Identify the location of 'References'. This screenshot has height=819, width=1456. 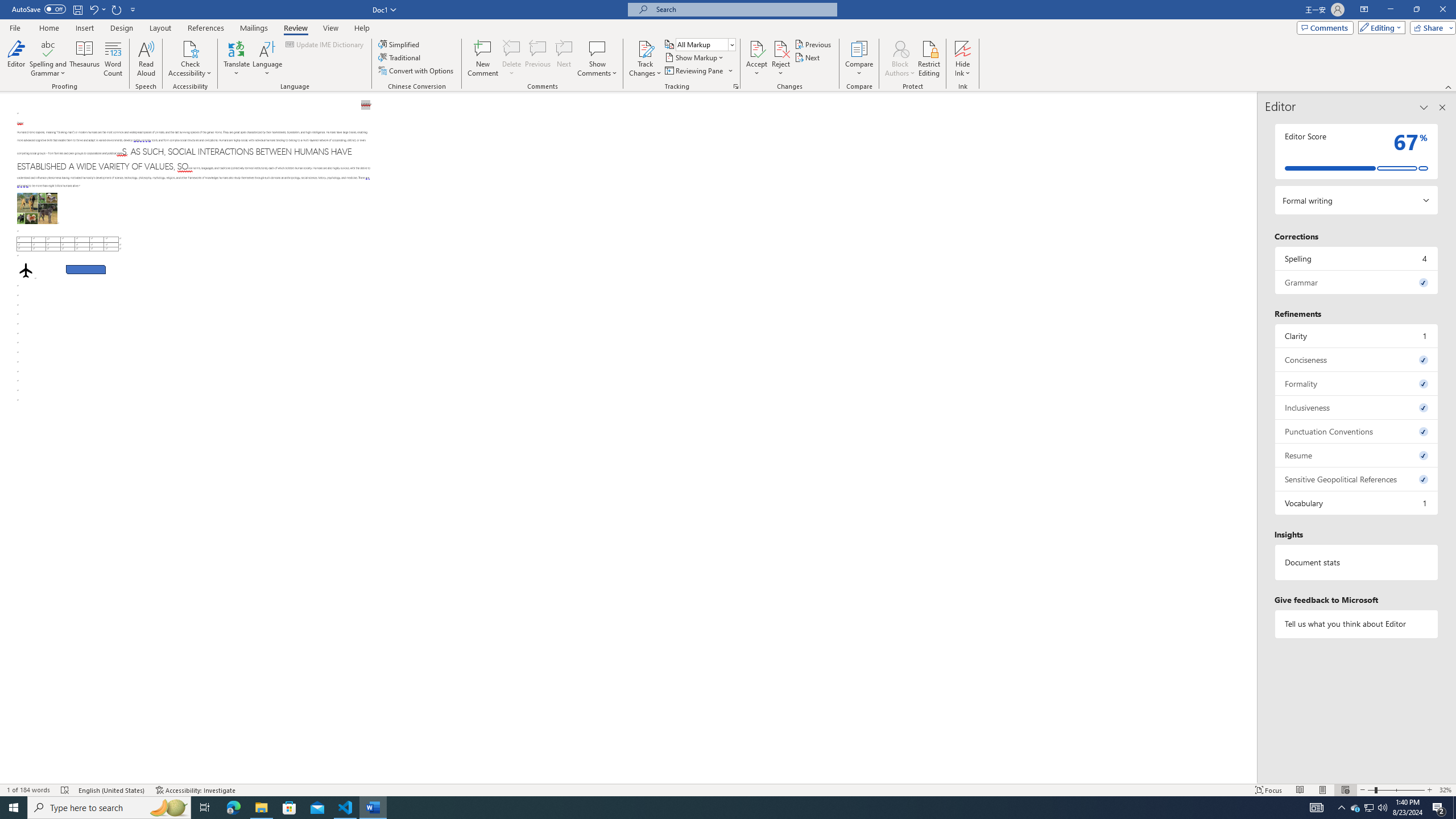
(206, 28).